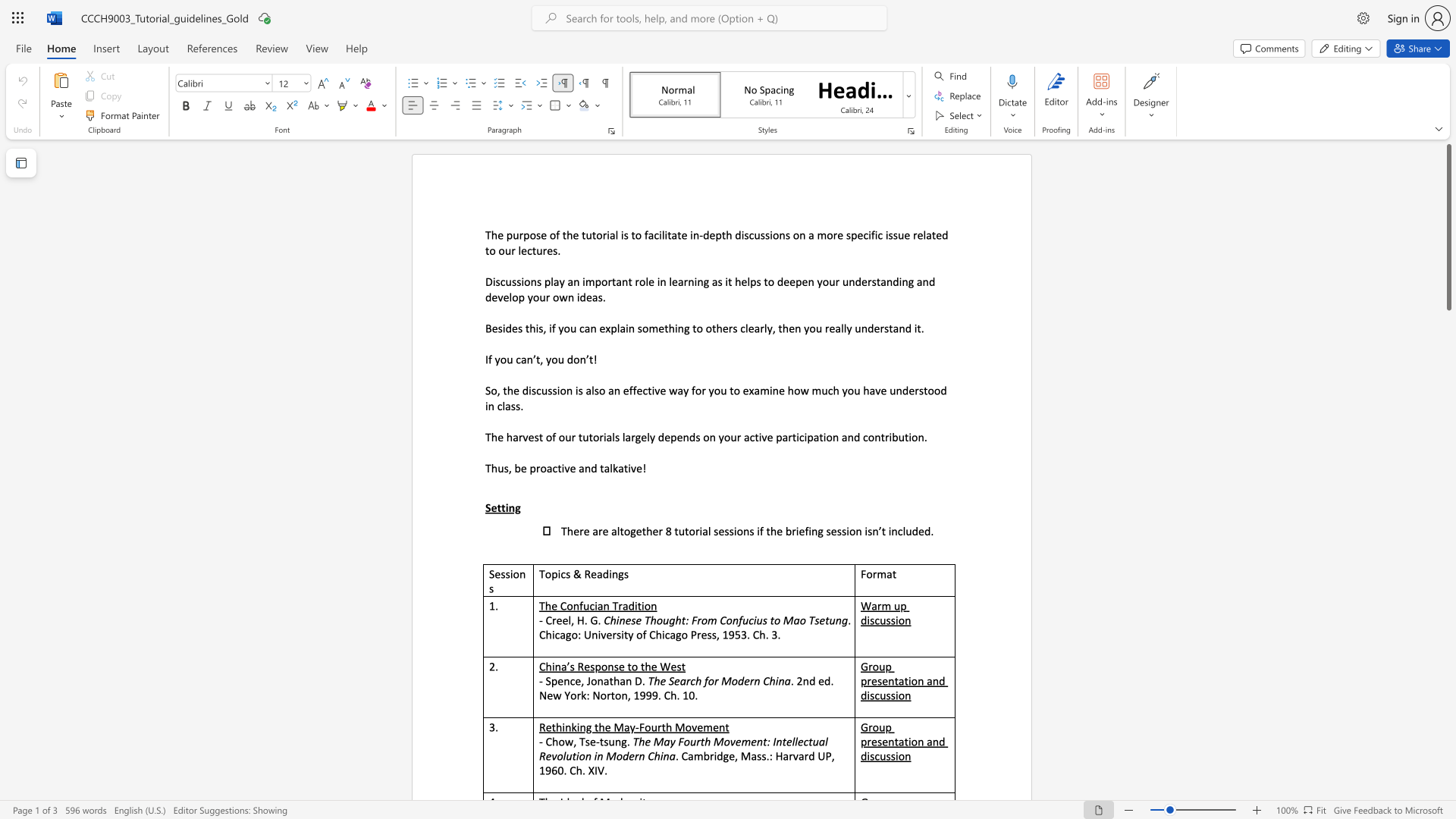  What do you see at coordinates (1448, 713) in the screenshot?
I see `the scrollbar on the side` at bounding box center [1448, 713].